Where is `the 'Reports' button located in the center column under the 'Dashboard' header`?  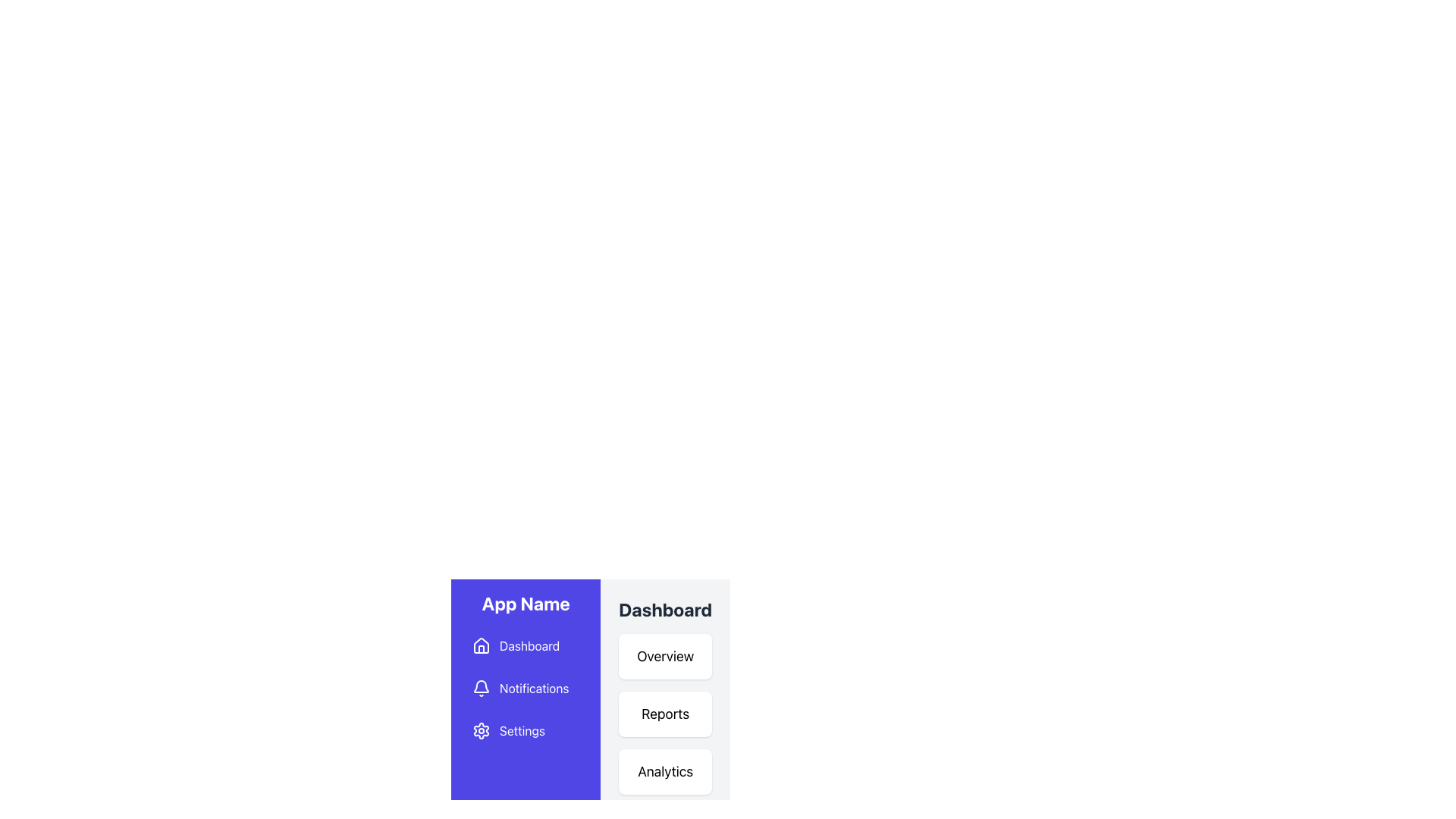 the 'Reports' button located in the center column under the 'Dashboard' header is located at coordinates (665, 714).